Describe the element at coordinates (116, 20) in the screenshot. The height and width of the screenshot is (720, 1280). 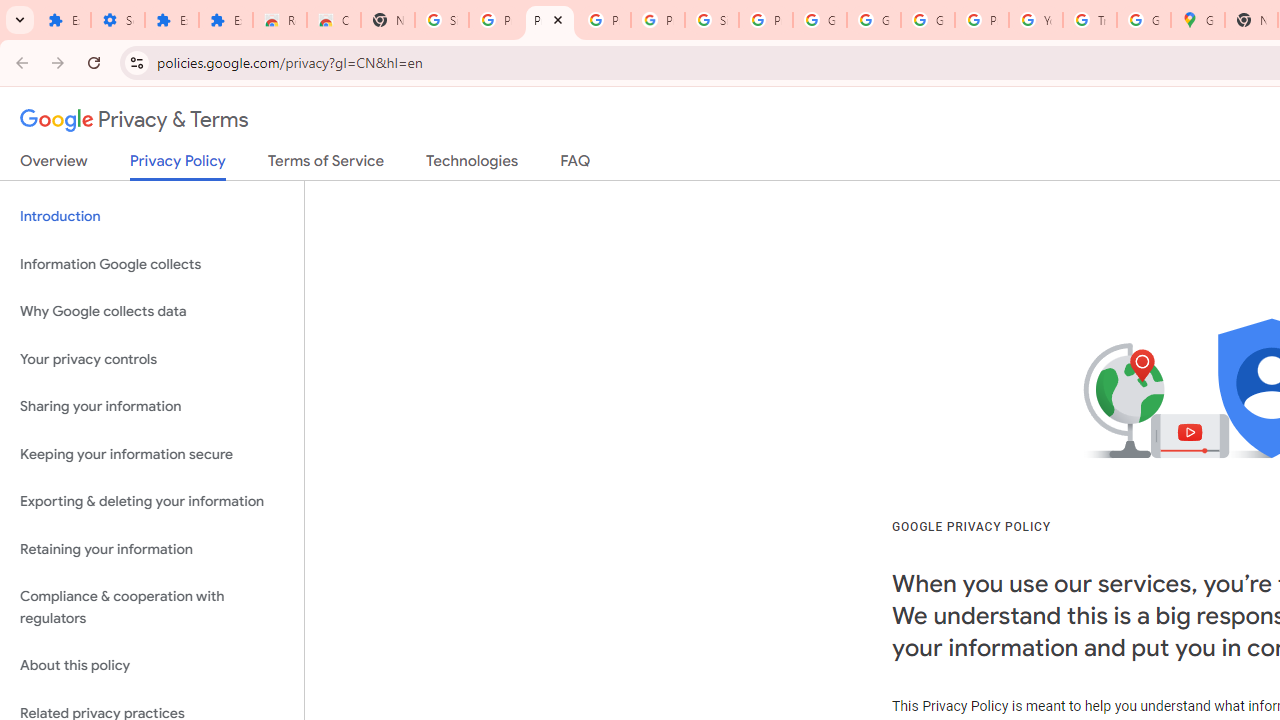
I see `'Settings'` at that location.